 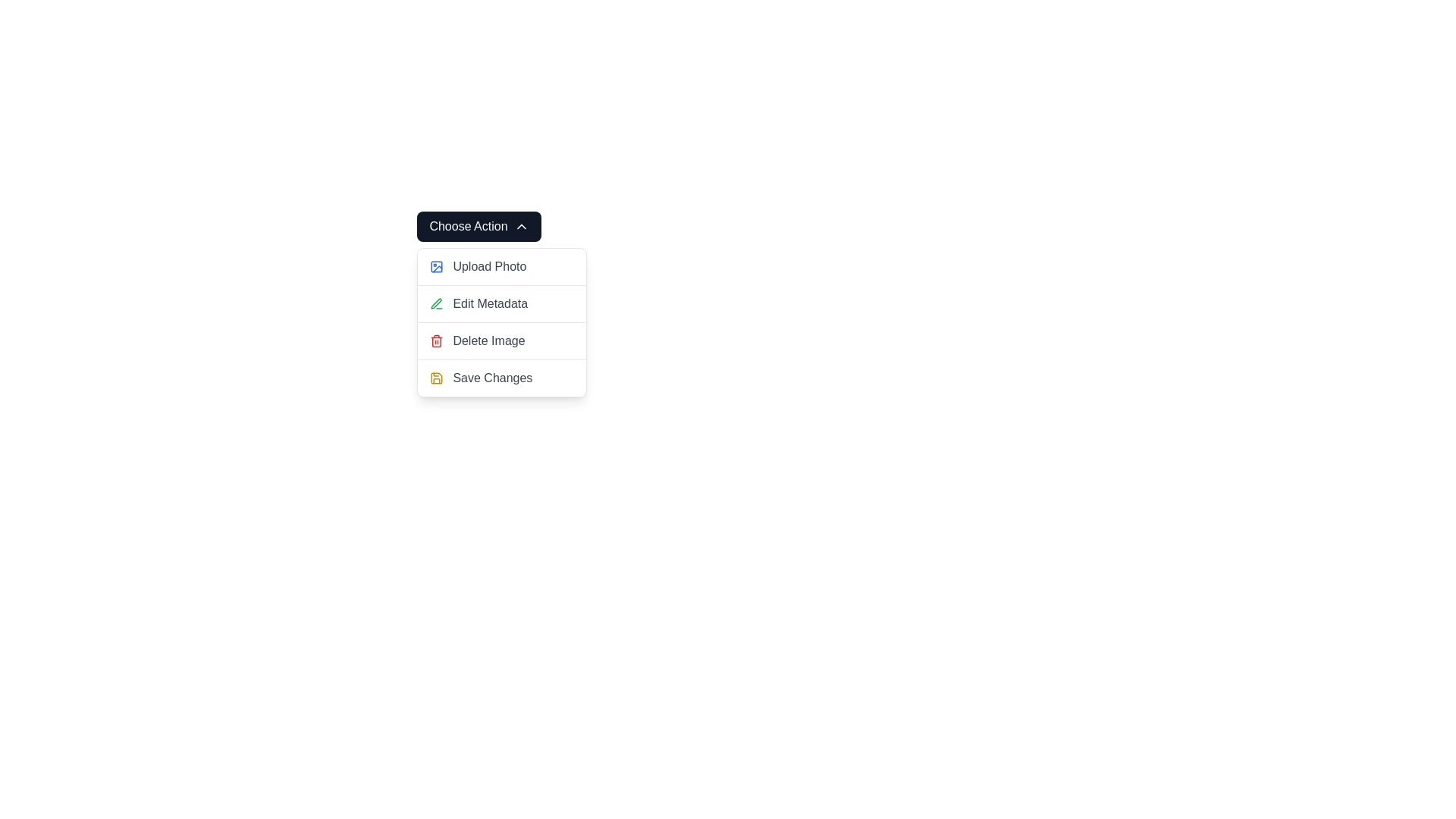 I want to click on the delete icon located to the left of the 'Delete Image' text in the dropdown menu, which is the third option from the top, so click(x=436, y=341).